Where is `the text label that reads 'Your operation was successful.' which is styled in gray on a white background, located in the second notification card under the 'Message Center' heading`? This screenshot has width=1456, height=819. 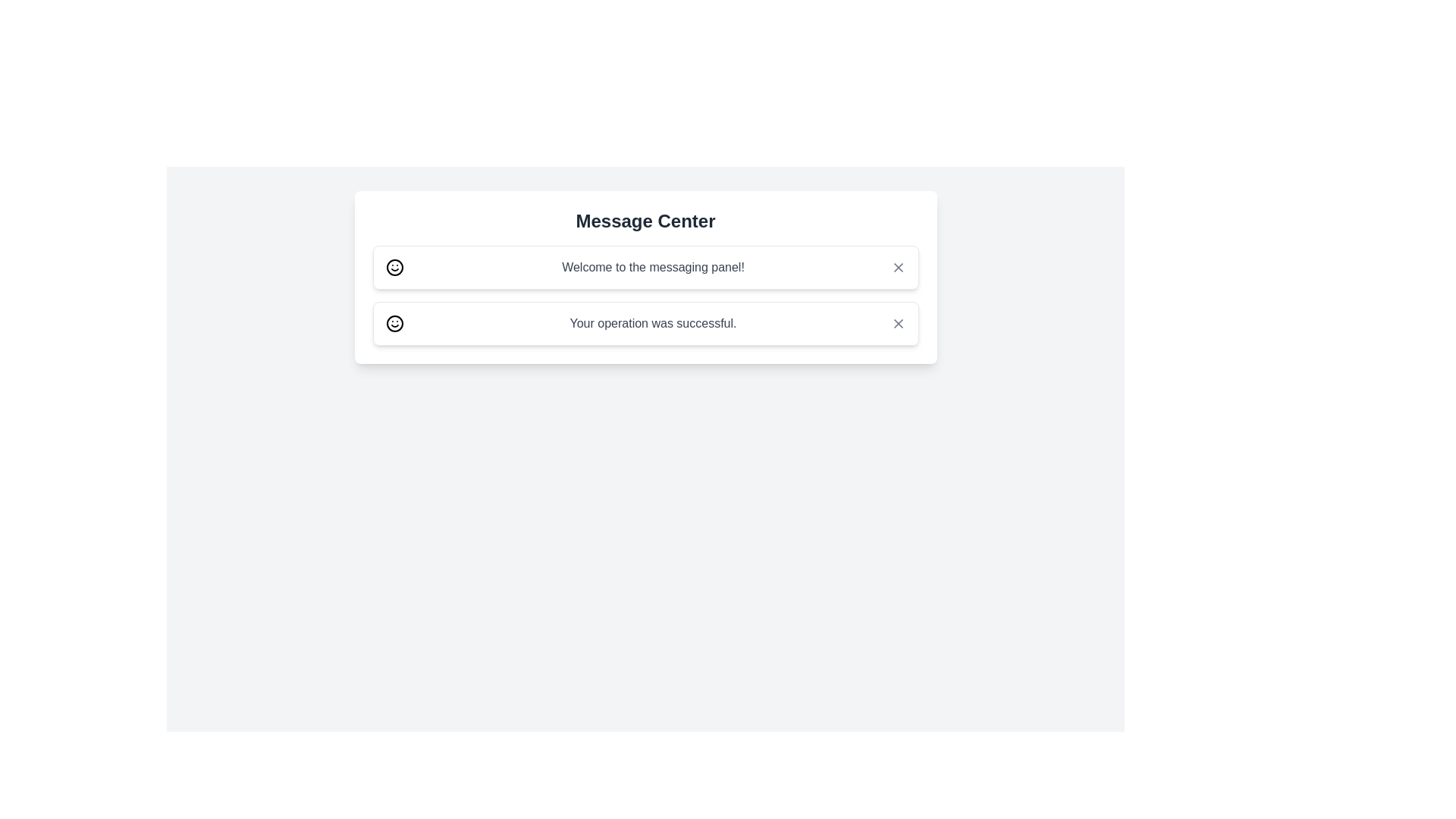
the text label that reads 'Your operation was successful.' which is styled in gray on a white background, located in the second notification card under the 'Message Center' heading is located at coordinates (653, 323).